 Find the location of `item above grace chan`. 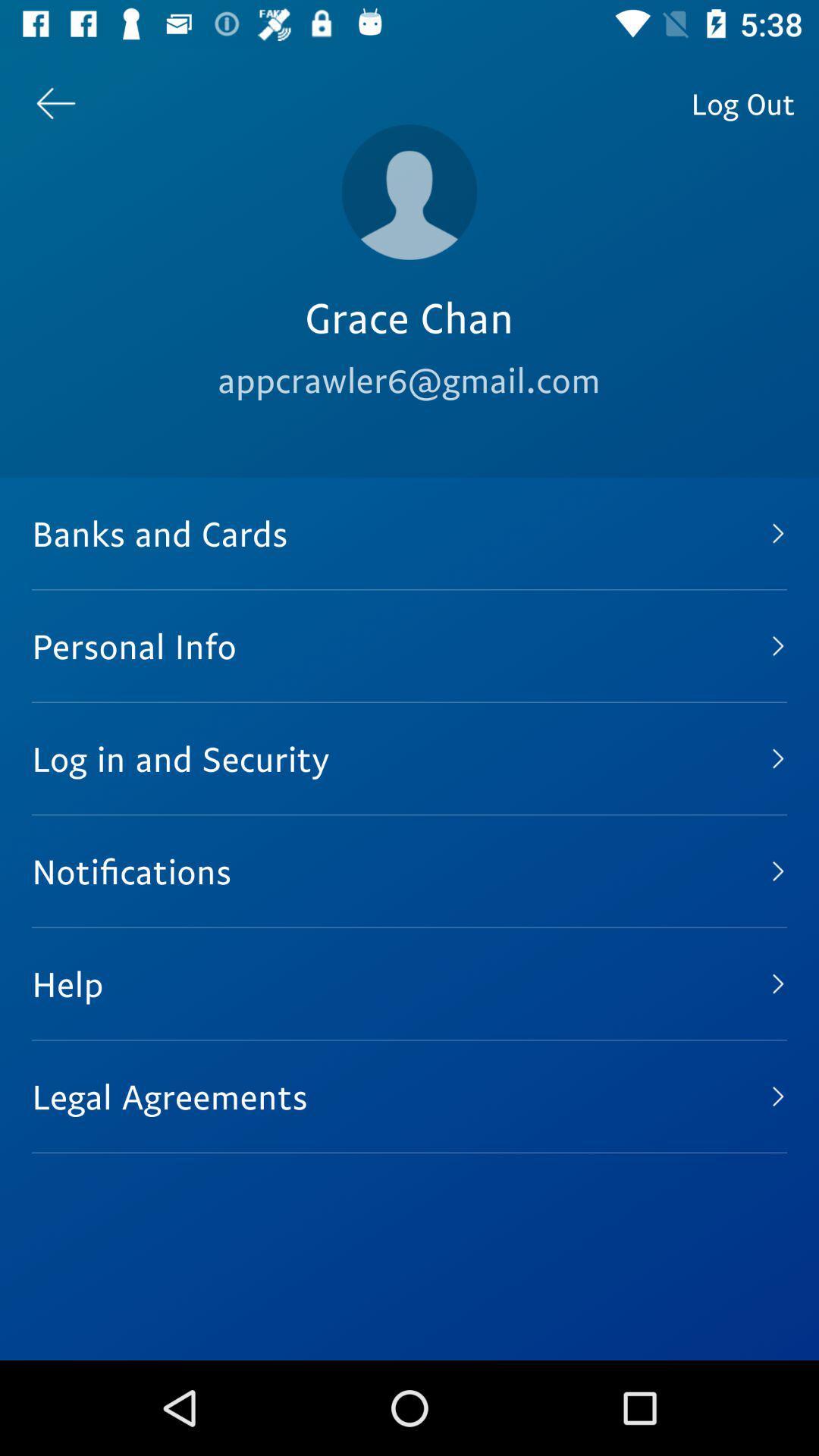

item above grace chan is located at coordinates (409, 191).